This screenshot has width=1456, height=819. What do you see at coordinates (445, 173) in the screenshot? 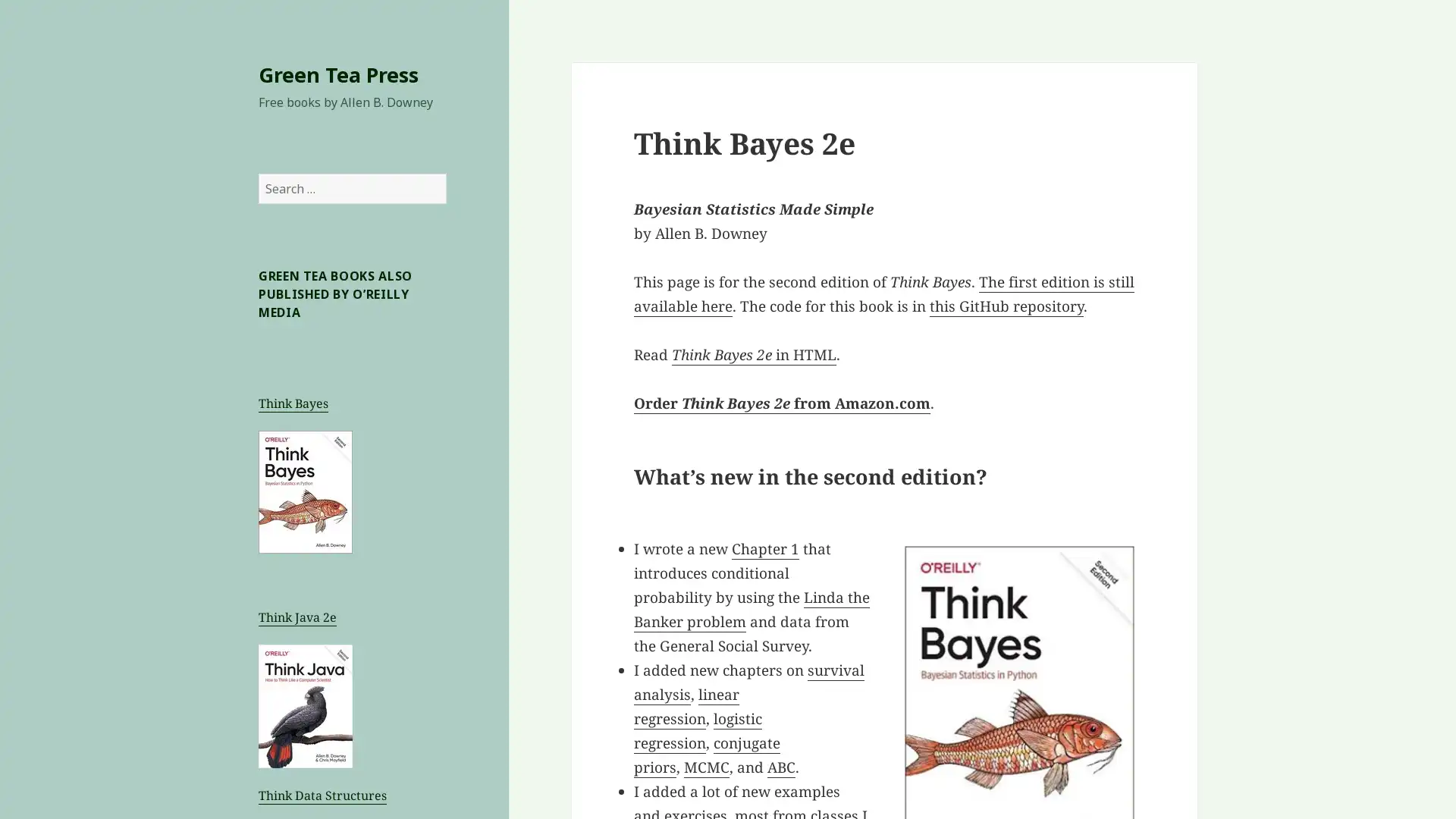
I see `Search` at bounding box center [445, 173].